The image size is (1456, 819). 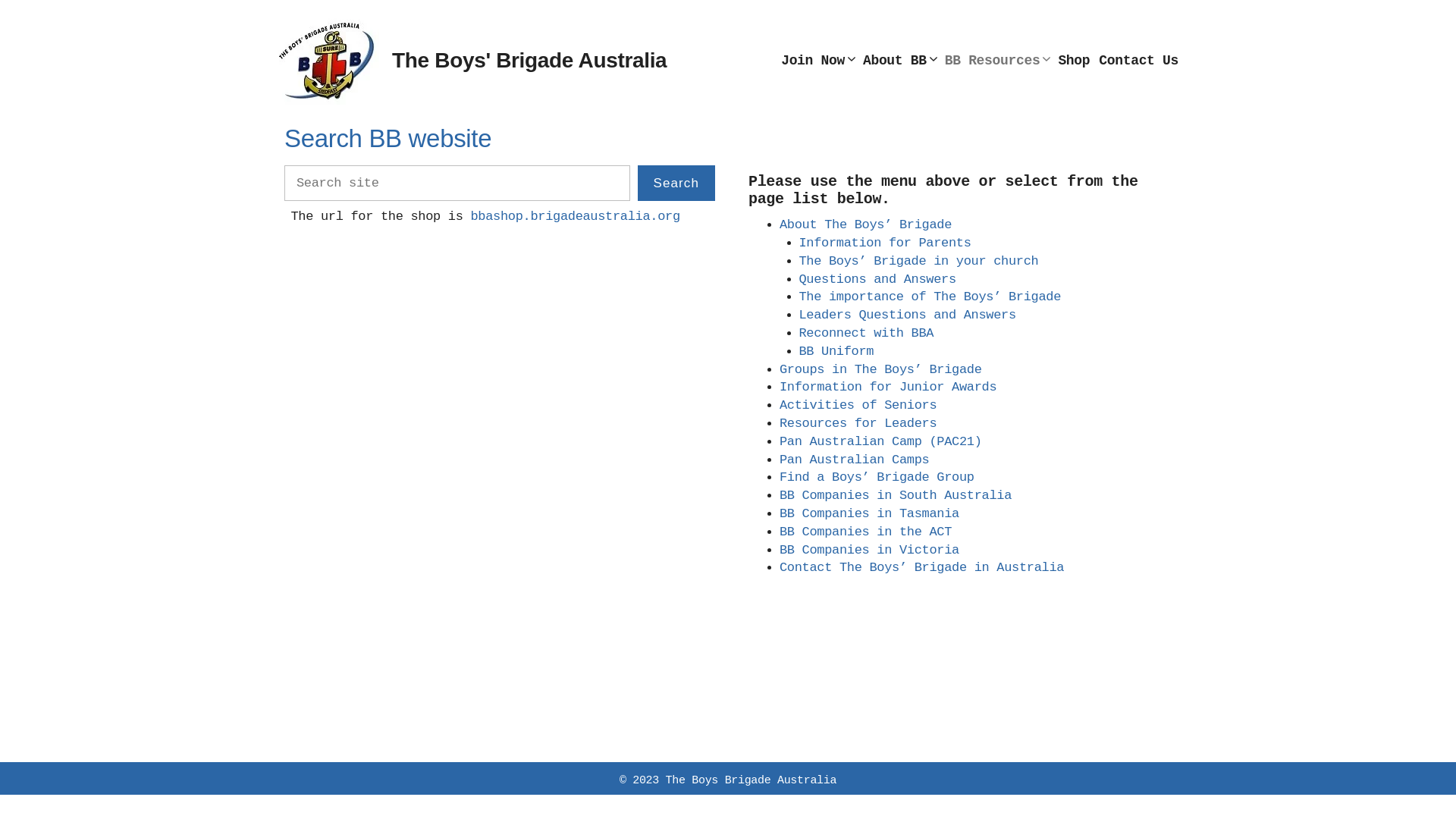 I want to click on 'The Boys' Brigade Australia', so click(x=529, y=59).